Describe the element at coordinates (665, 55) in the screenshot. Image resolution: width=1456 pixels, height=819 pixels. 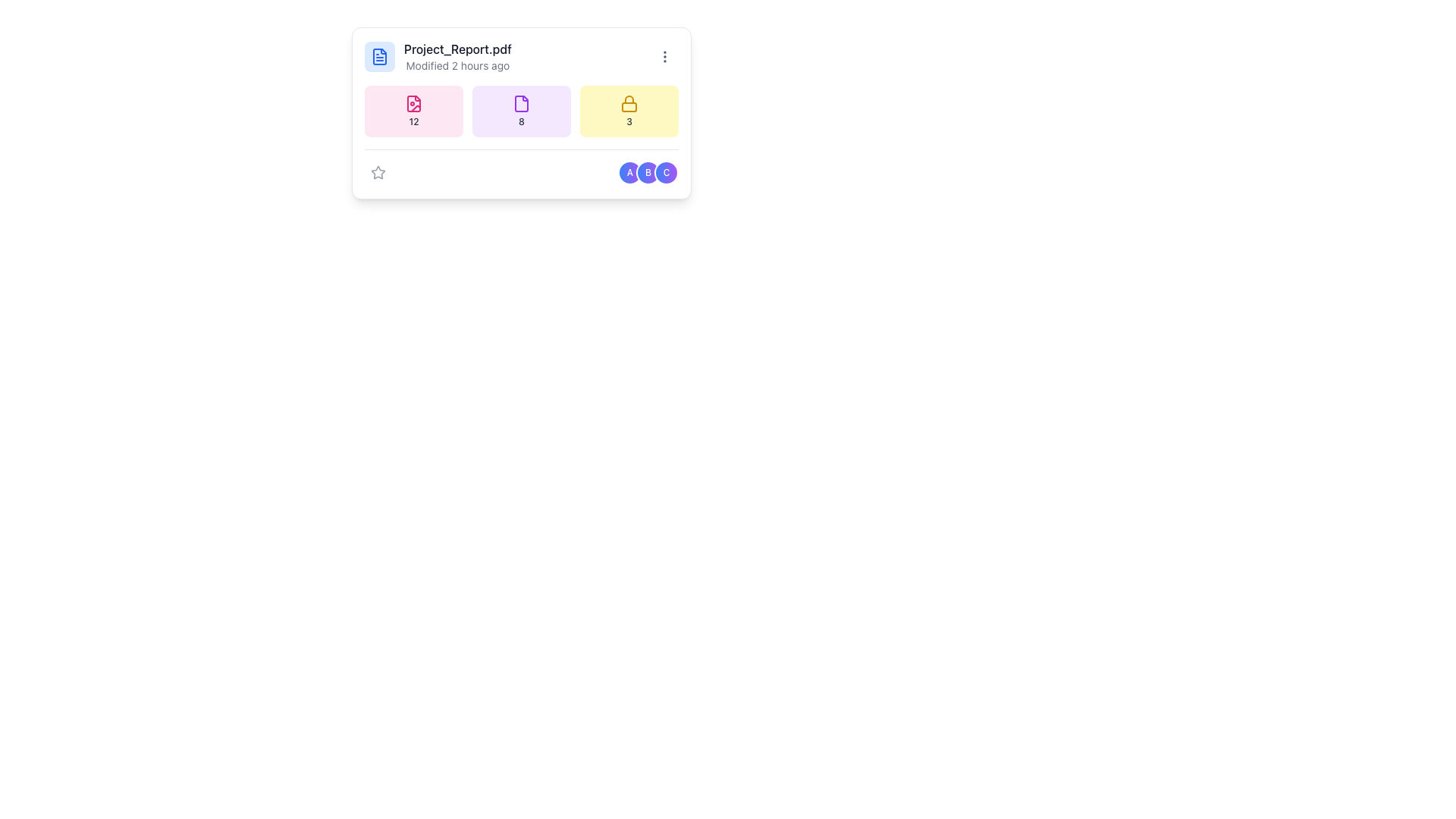
I see `the vertical ellipsis icon with three dots located in the top-right corner of the card layout` at that location.